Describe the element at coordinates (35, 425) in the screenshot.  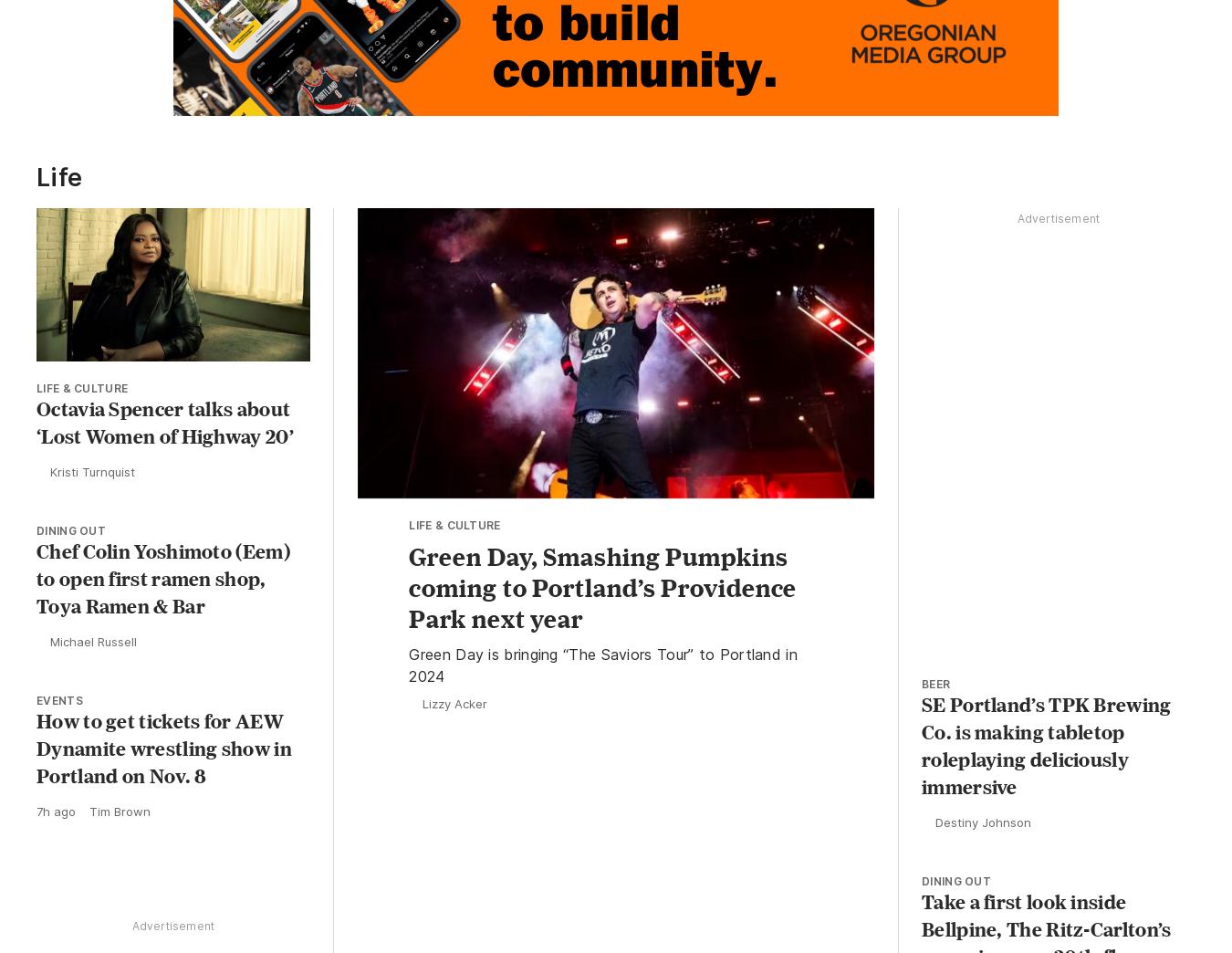
I see `'Octavia Spencer talks about ‘Lost Women of Highway 20’'` at that location.